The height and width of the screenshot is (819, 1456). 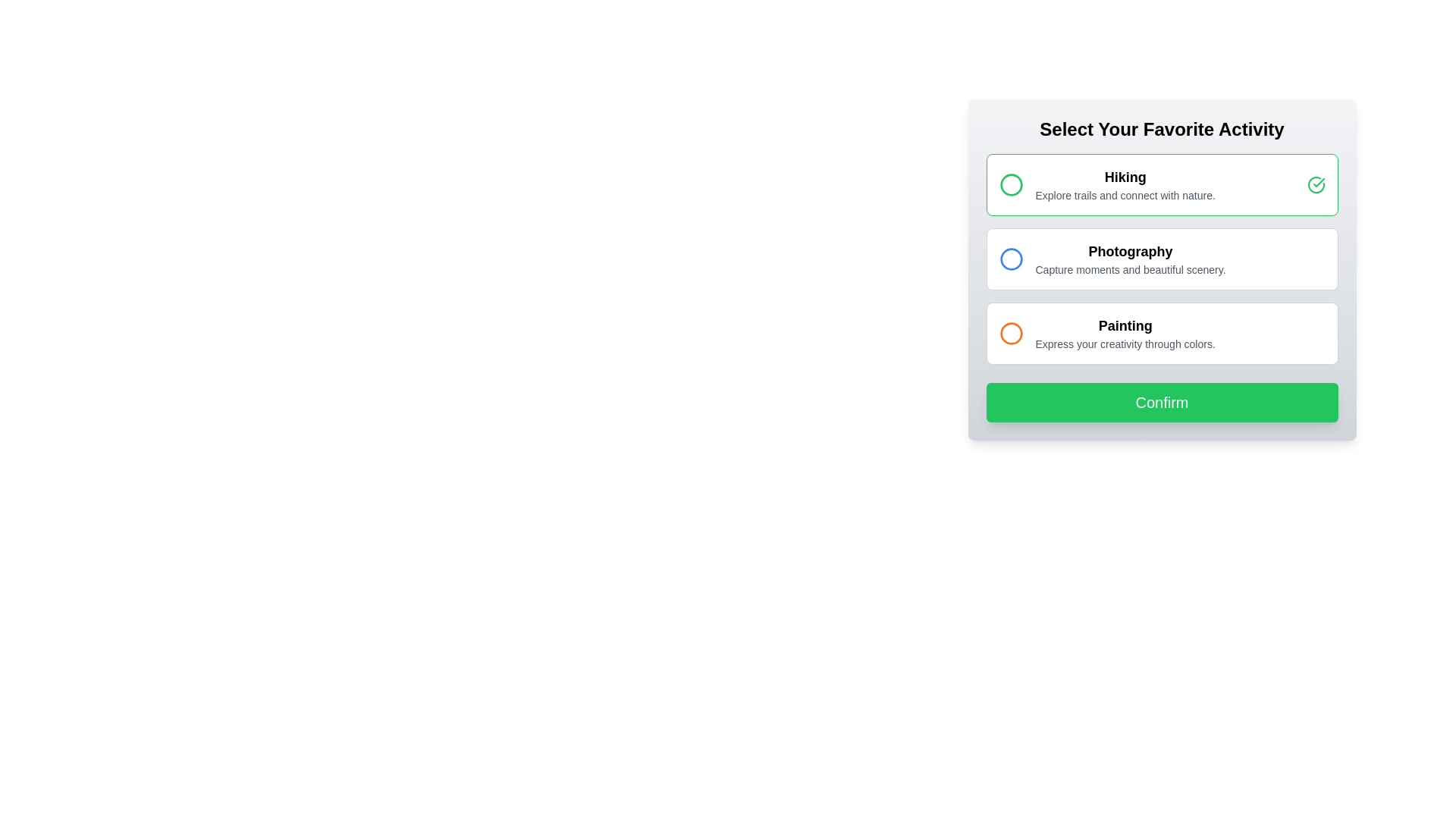 I want to click on the confirmation button located below the selectable activity options, so click(x=1161, y=402).